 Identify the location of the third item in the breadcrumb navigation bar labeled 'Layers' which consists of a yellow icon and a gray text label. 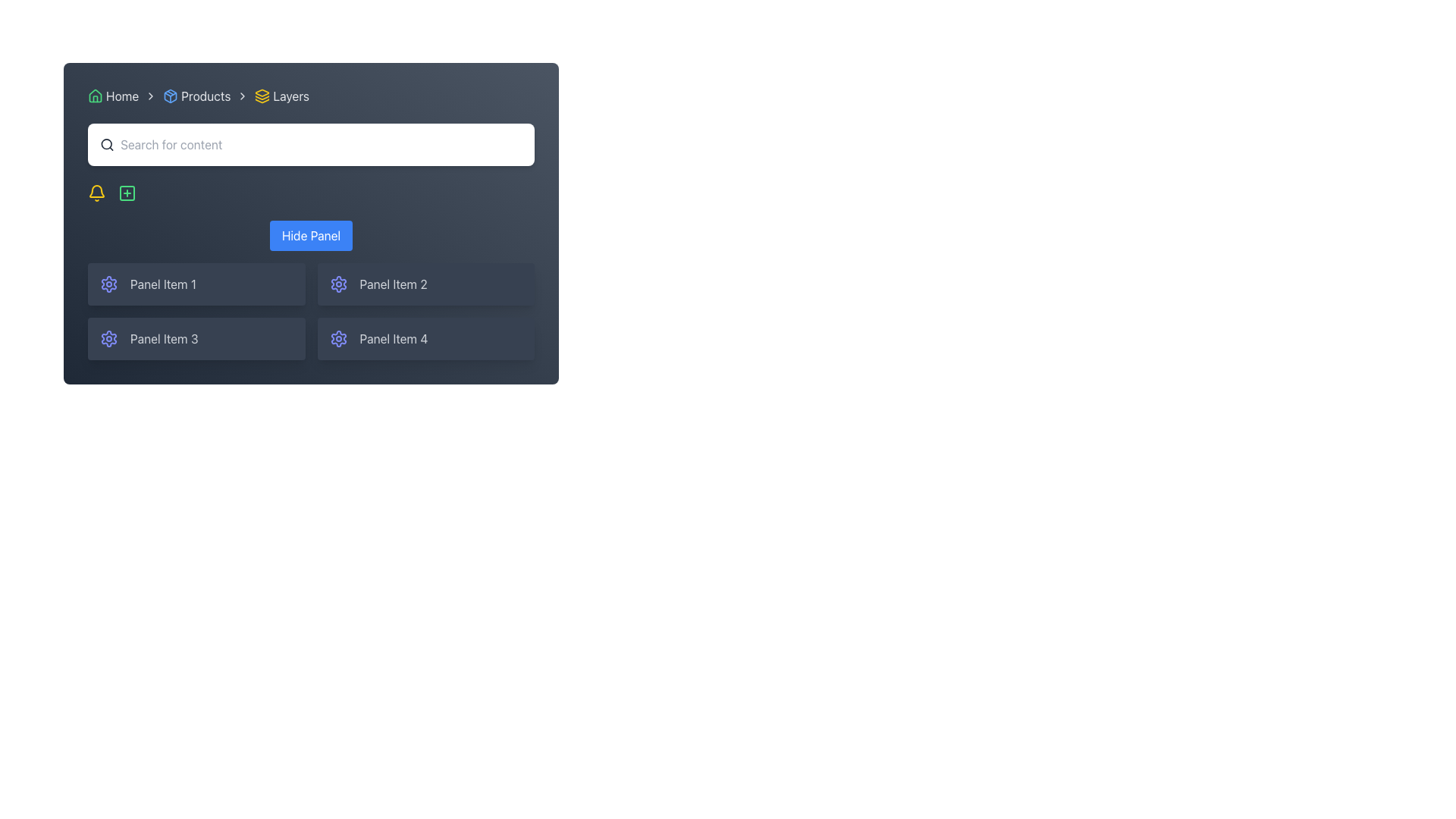
(282, 96).